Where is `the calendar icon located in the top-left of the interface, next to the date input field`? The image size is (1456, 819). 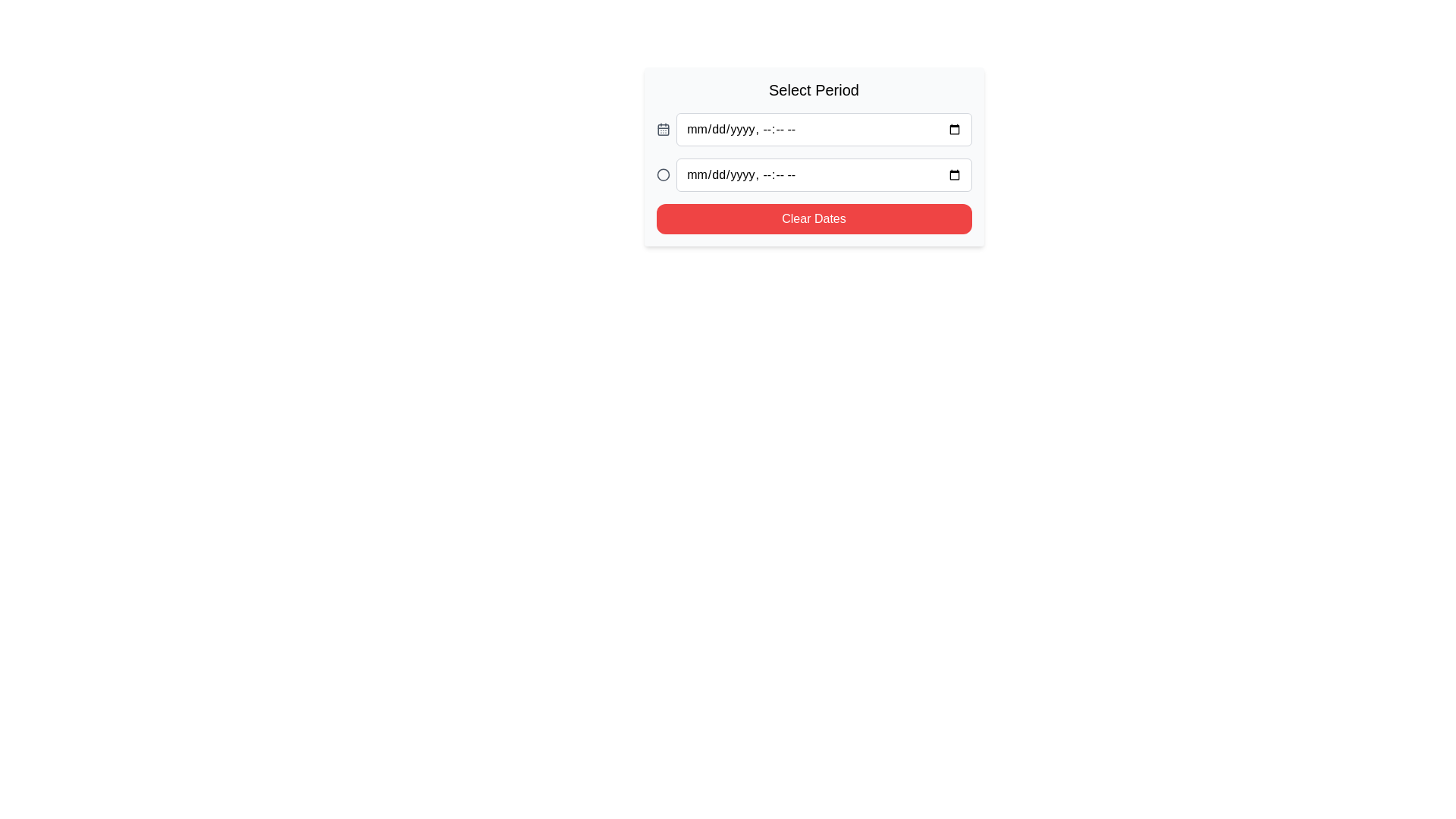 the calendar icon located in the top-left of the interface, next to the date input field is located at coordinates (663, 129).